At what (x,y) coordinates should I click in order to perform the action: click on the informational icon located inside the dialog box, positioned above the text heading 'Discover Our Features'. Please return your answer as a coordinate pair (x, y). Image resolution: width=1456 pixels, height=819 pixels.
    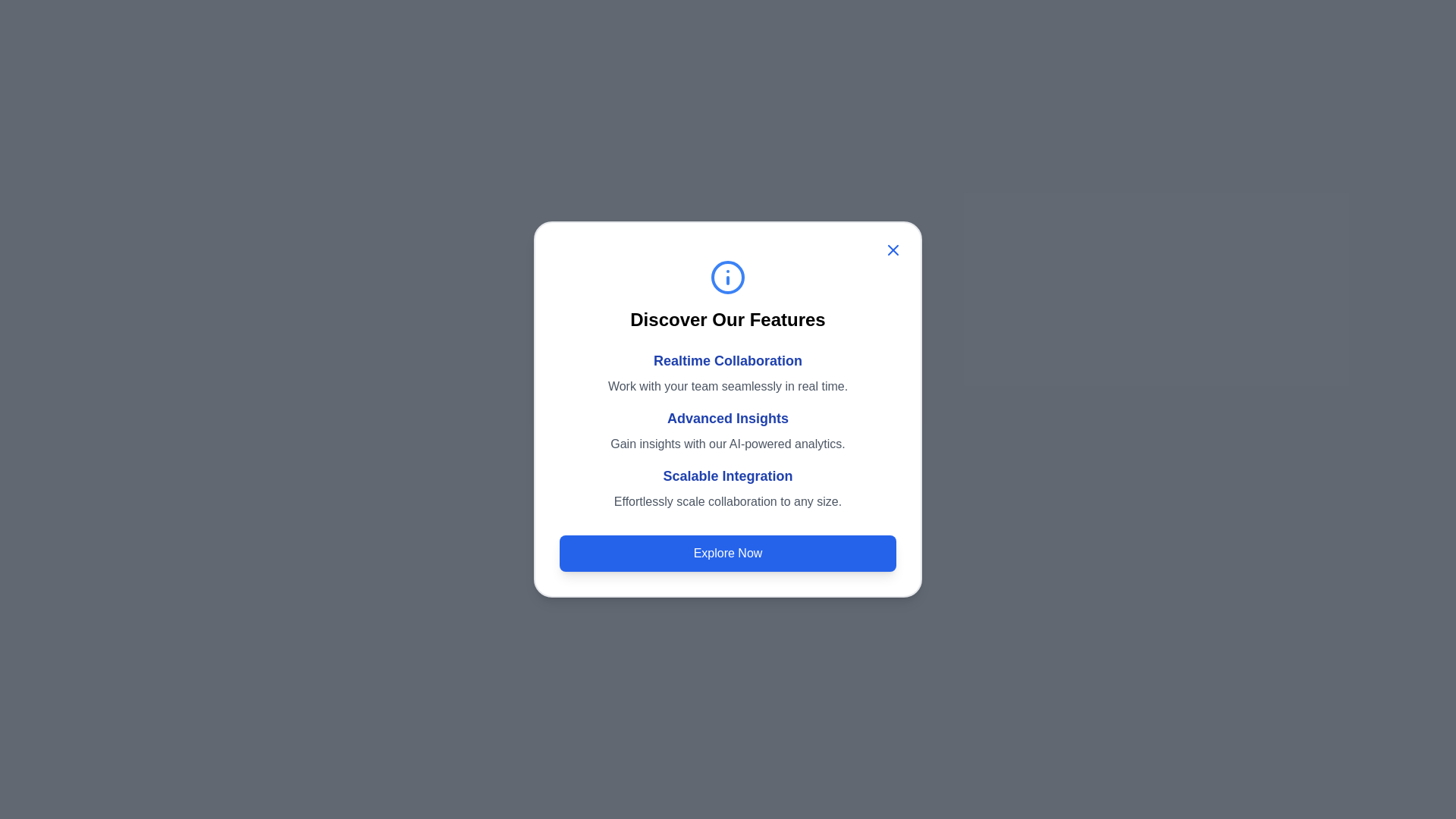
    Looking at the image, I should click on (728, 278).